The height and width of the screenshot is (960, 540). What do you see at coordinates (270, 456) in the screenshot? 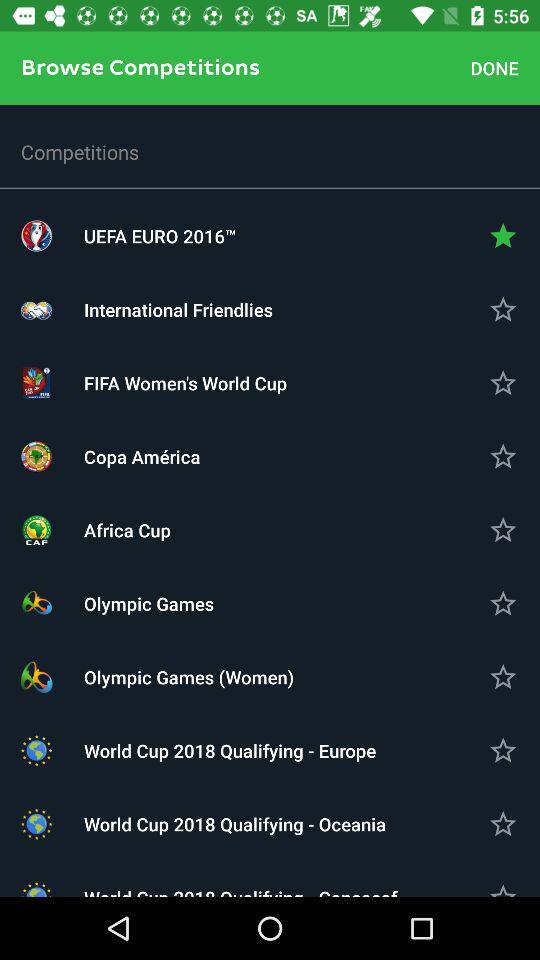
I see `the icon below the fifa women s item` at bounding box center [270, 456].